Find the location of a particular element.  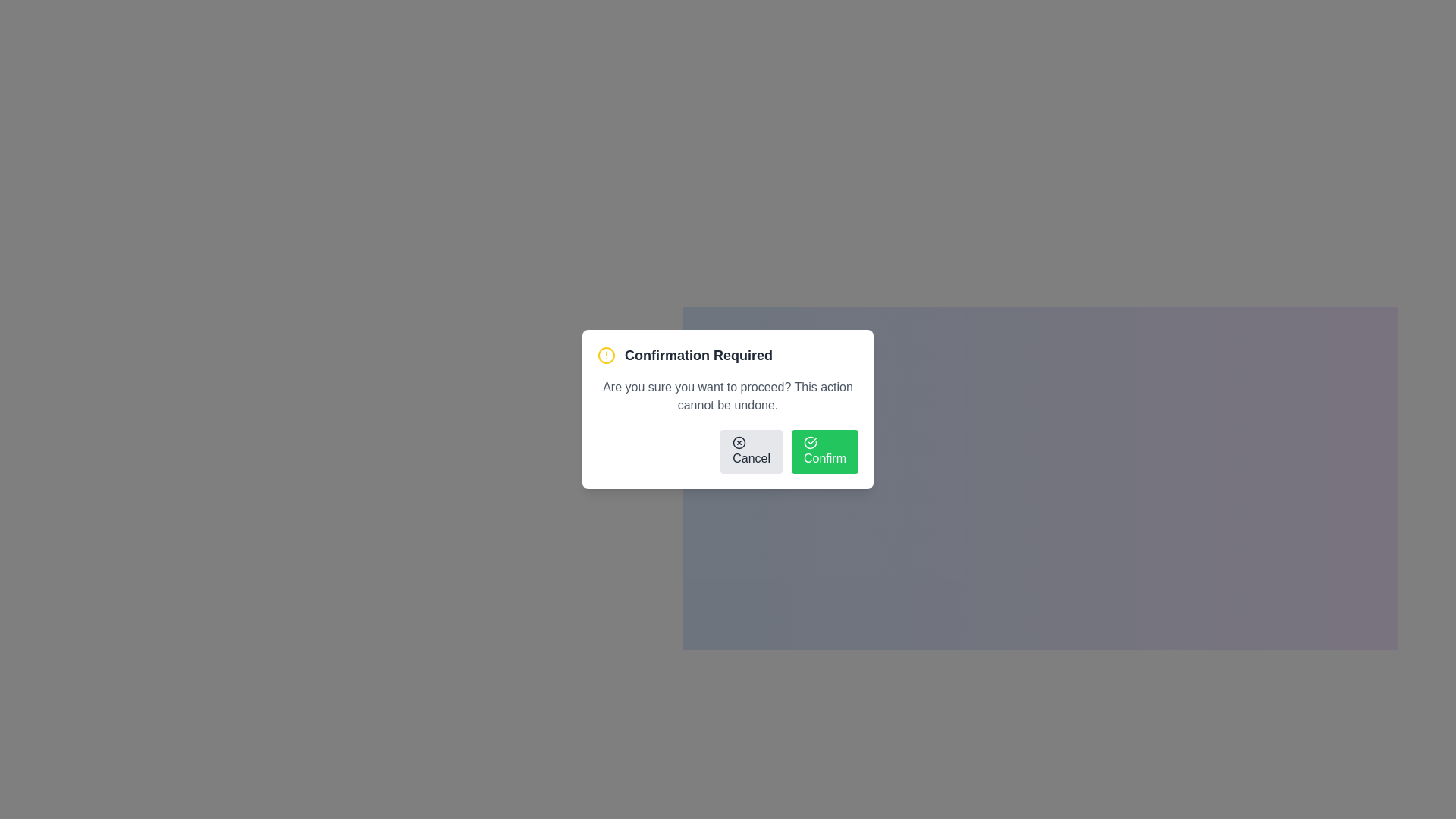

the cautionary icon located at the top-left of the confirmation dialog box, adjacent to the 'Confirmation Required' text is located at coordinates (607, 356).